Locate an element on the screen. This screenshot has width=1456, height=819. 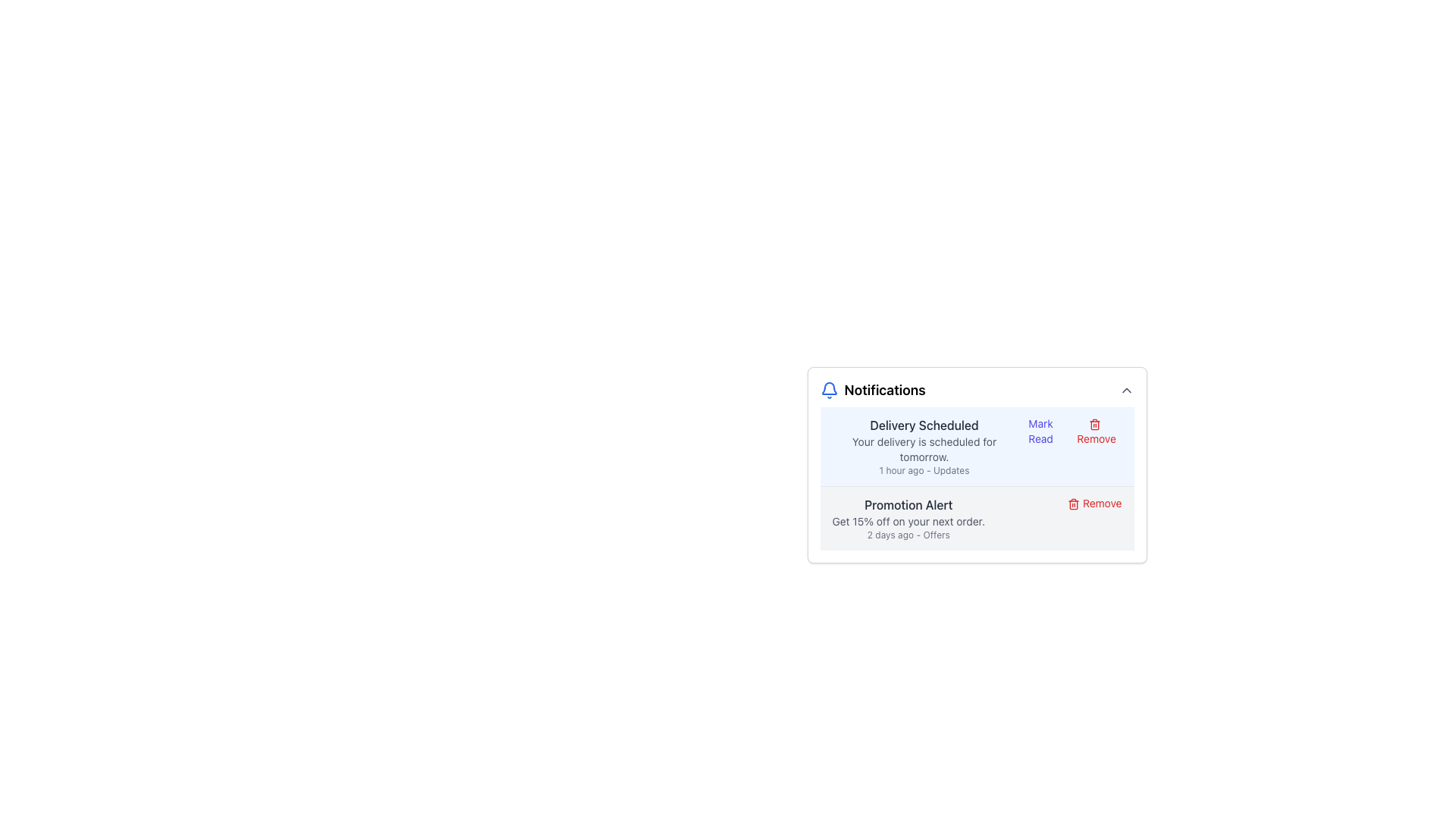
the 'Mark as Read' button located in the notification panel under 'Delivery Scheduled' to mark the notification as read is located at coordinates (1040, 431).